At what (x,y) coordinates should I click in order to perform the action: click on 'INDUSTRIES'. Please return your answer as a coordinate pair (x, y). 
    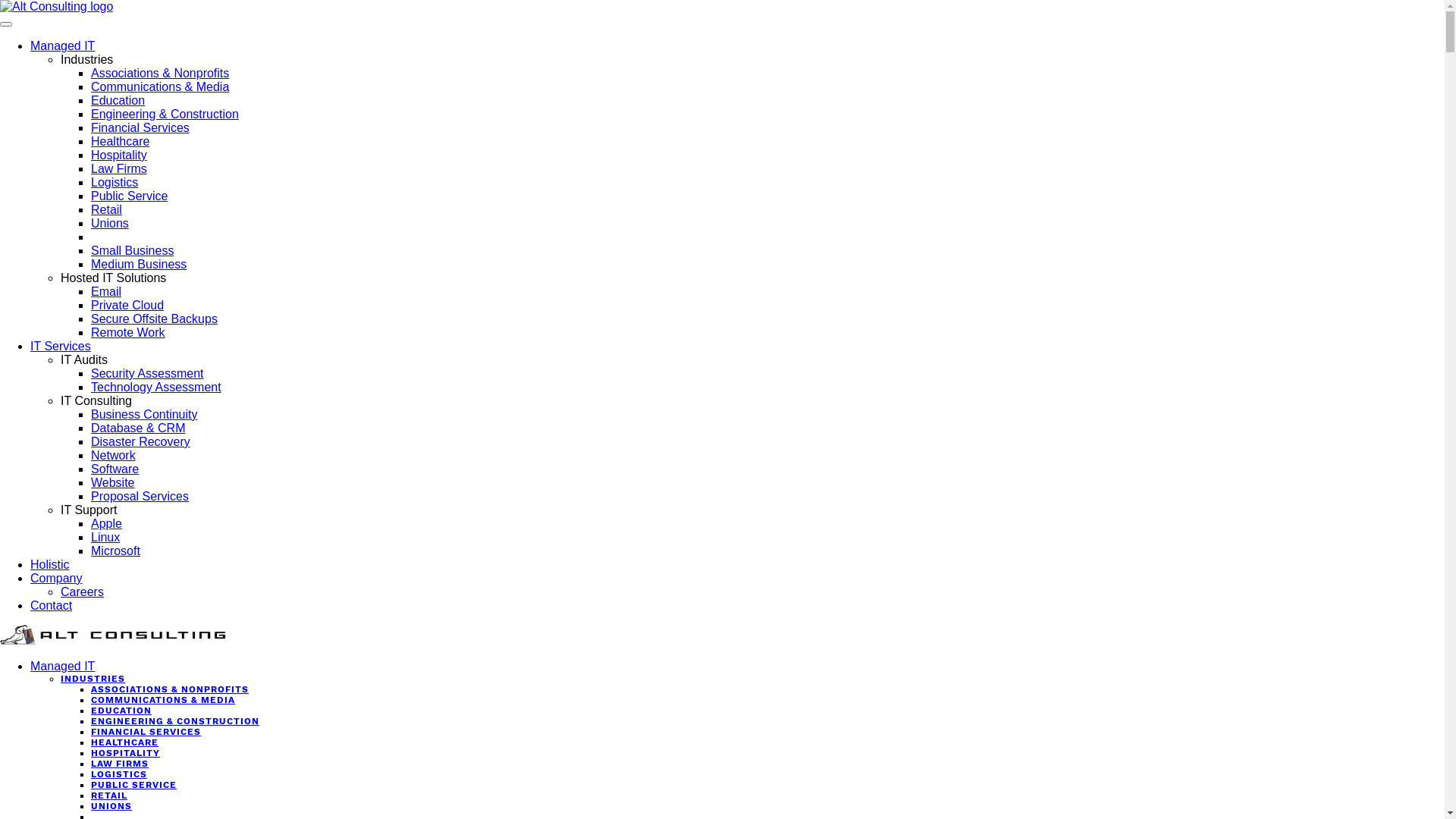
    Looking at the image, I should click on (92, 677).